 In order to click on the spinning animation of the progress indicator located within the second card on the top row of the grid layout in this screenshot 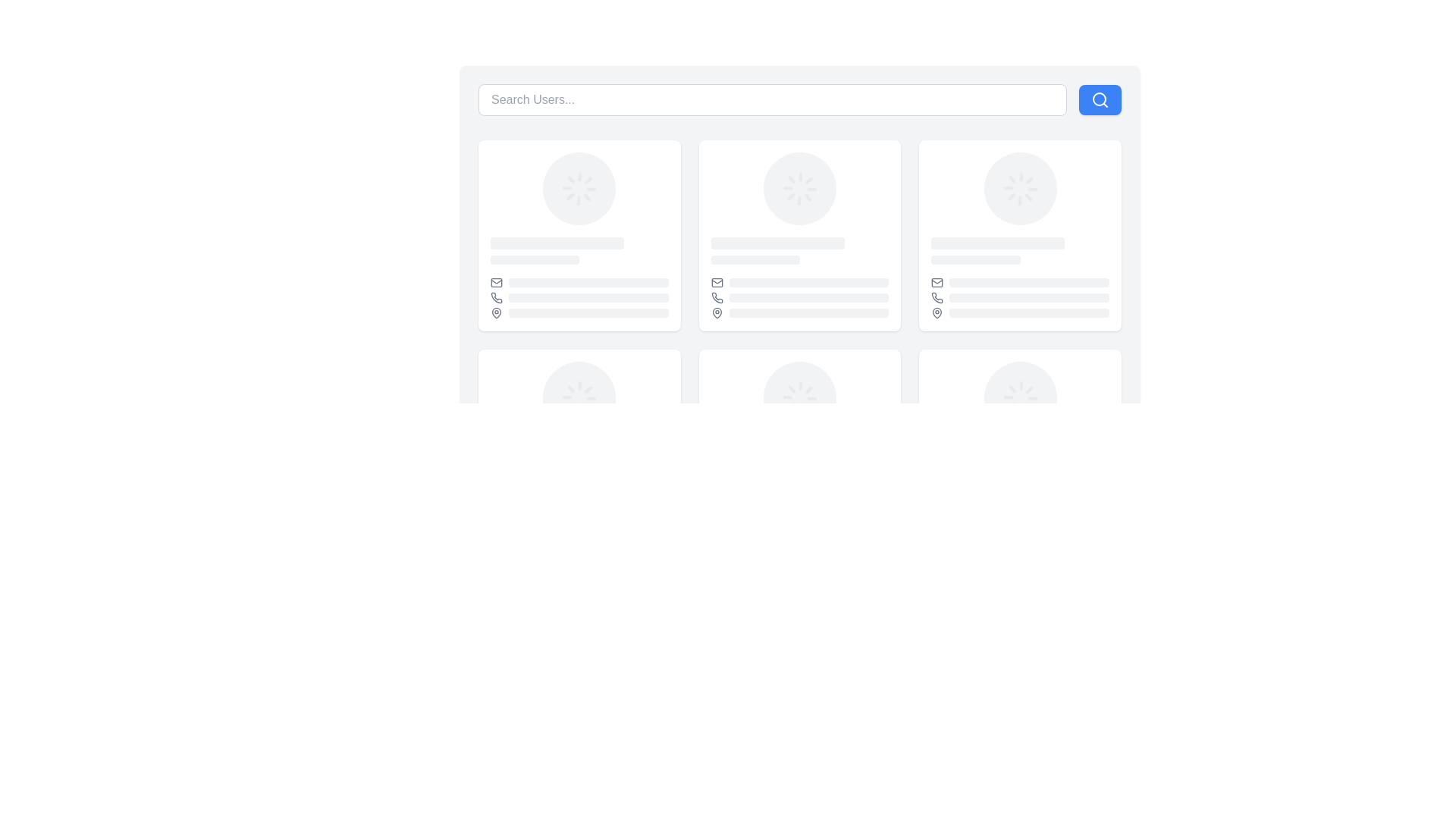, I will do `click(1020, 188)`.